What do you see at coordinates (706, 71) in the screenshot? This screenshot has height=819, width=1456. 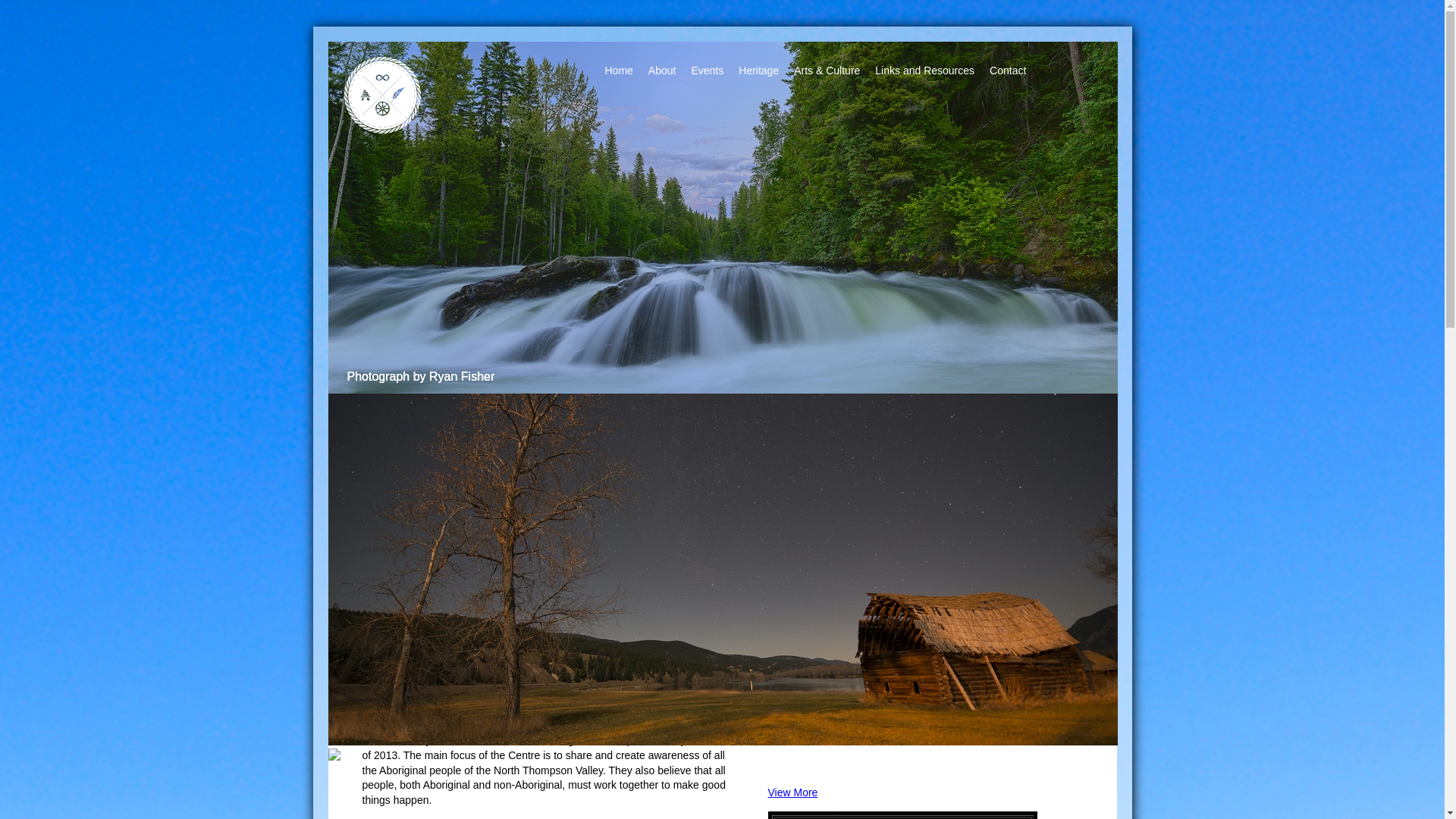 I see `'Events'` at bounding box center [706, 71].